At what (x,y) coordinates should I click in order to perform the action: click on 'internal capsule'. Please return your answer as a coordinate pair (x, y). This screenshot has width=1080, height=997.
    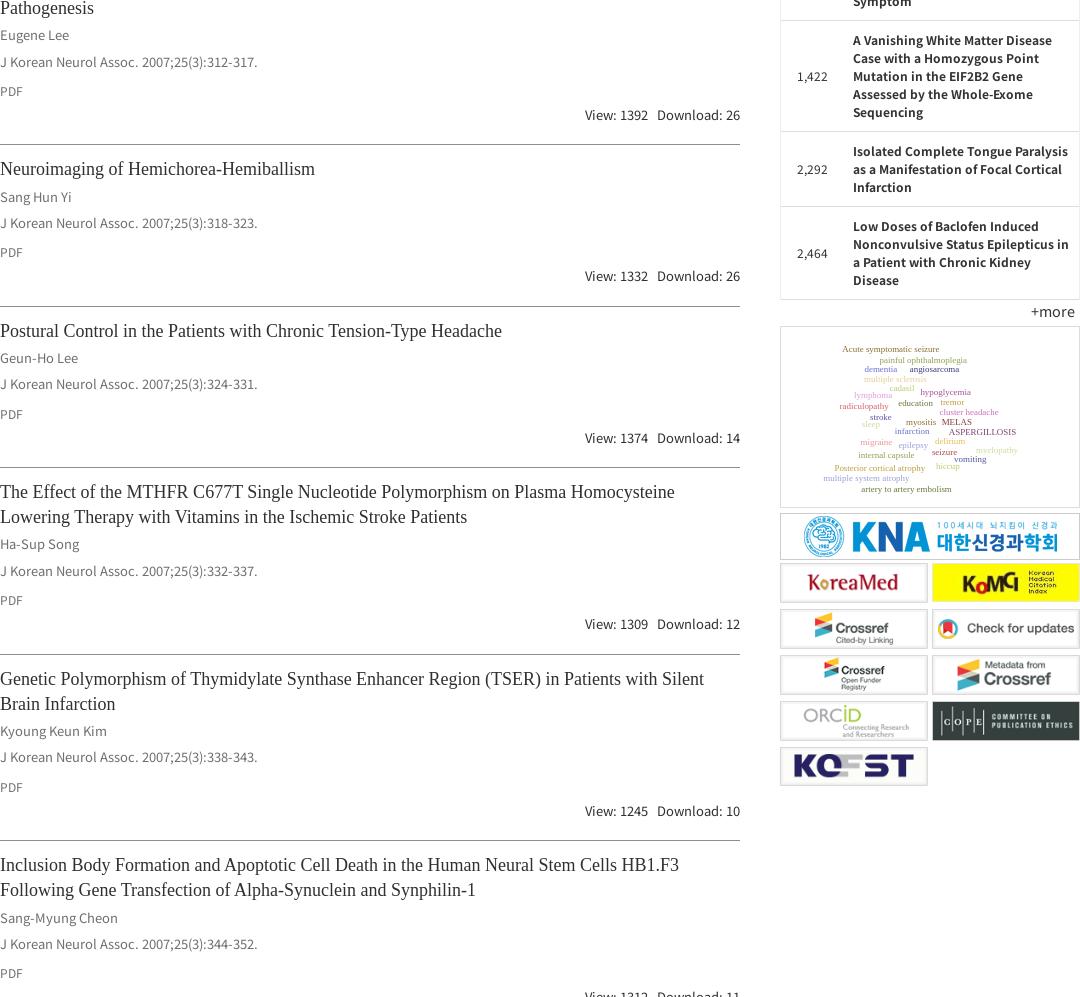
    Looking at the image, I should click on (866, 388).